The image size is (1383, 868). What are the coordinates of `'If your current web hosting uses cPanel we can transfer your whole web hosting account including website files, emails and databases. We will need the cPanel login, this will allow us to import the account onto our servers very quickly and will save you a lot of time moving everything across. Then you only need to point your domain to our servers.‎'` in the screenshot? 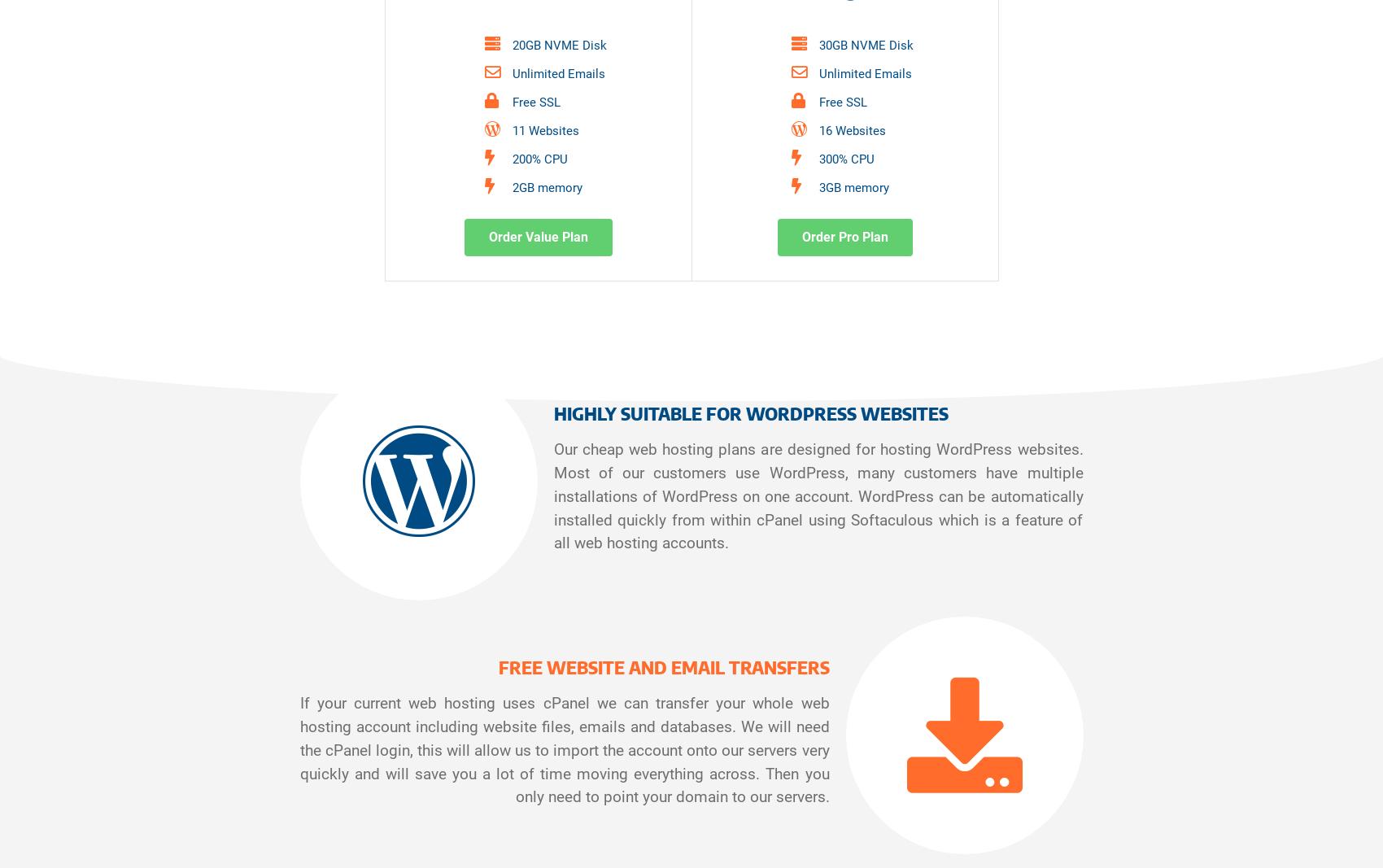 It's located at (564, 749).